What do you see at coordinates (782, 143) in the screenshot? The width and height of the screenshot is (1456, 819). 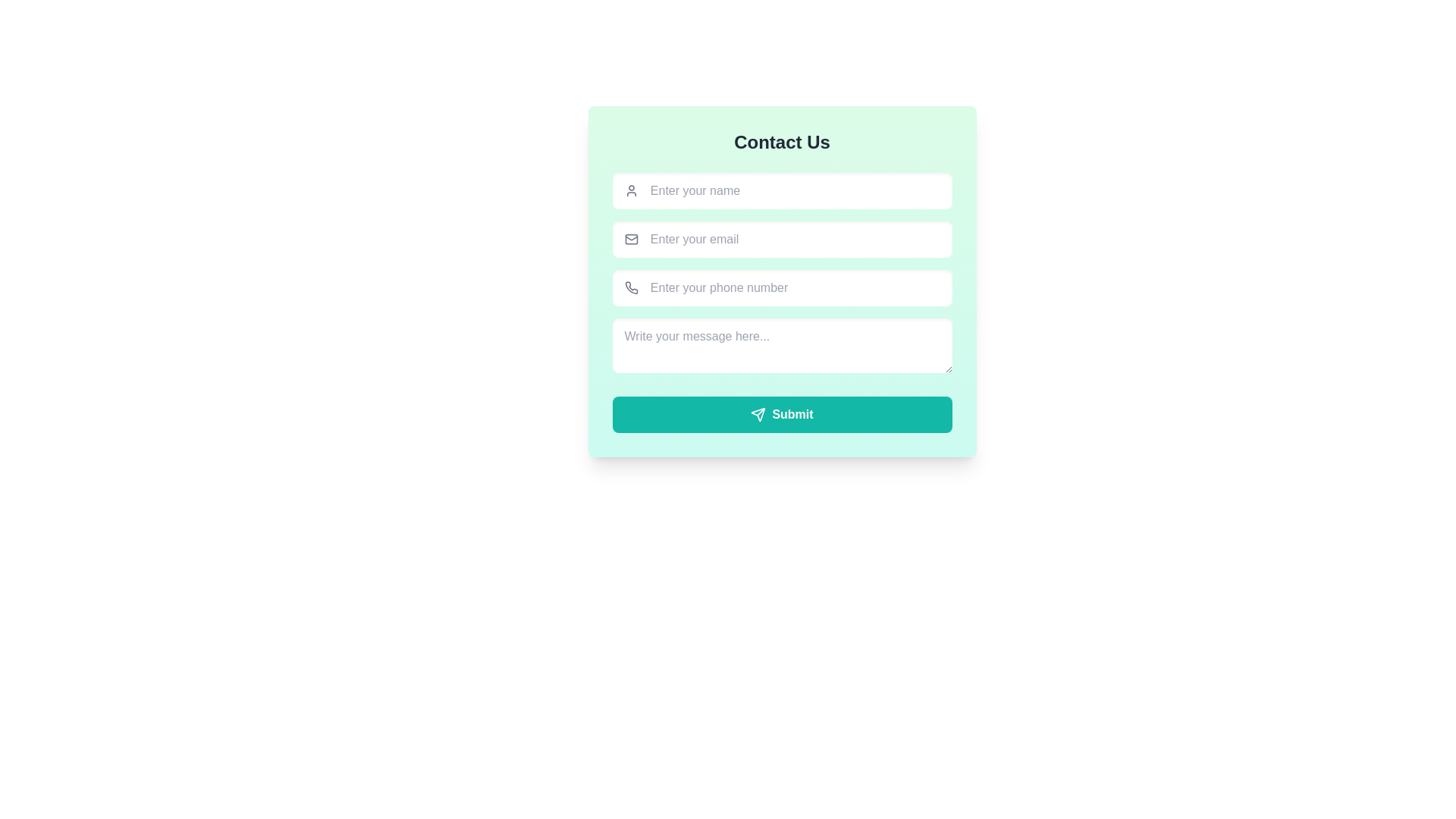 I see `the 'Contact Us' header text, which is bold, large-sized, and centrally aligned, displayed in dark gray on a soft green background at the top of the form interface` at bounding box center [782, 143].